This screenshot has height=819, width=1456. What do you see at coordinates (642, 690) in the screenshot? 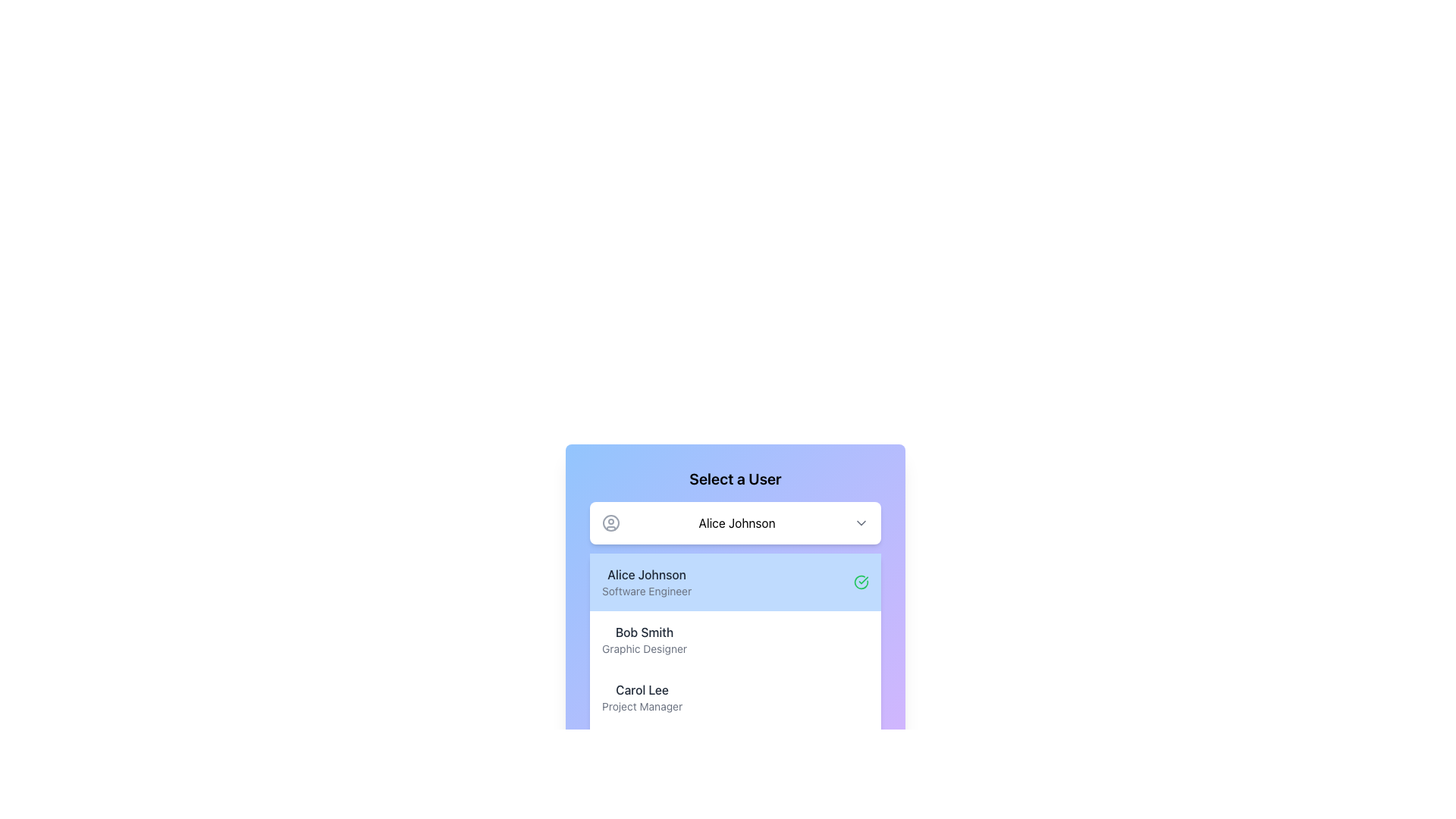
I see `the header text element displaying 'Carol Lee', which is located at the bottom of the user list in the interface, just above the designation text 'Project Manager'` at bounding box center [642, 690].